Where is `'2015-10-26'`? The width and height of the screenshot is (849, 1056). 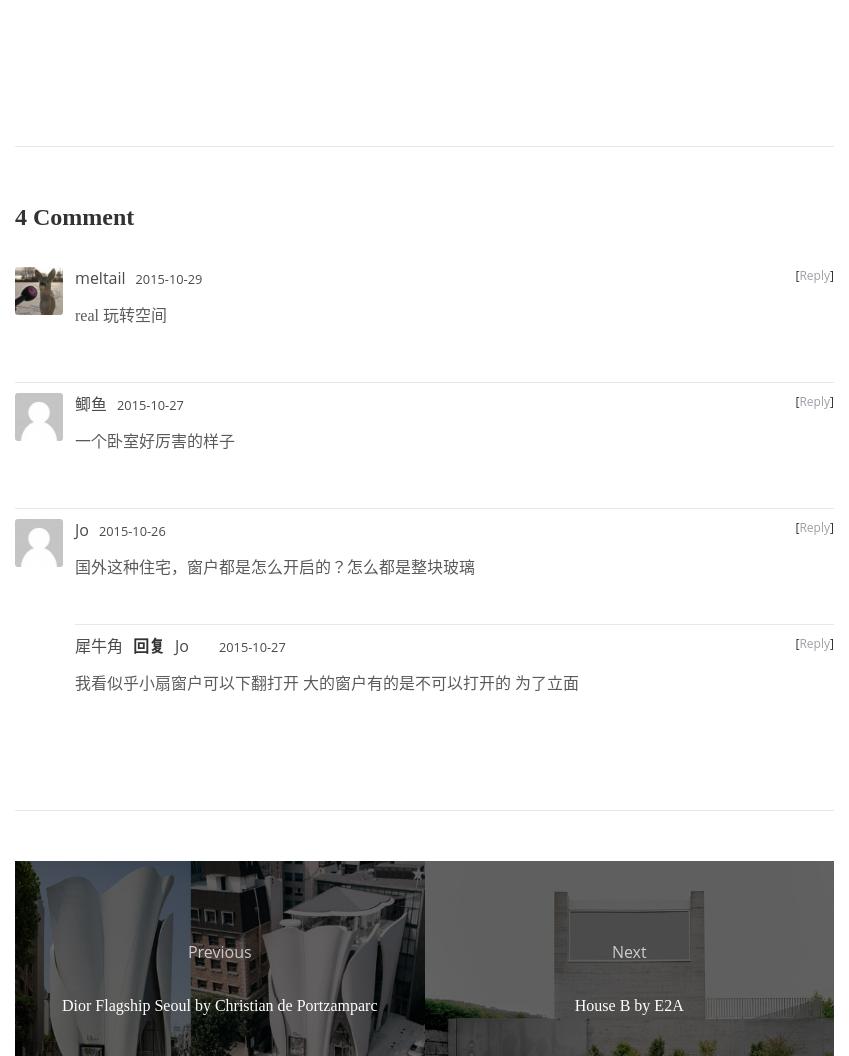 '2015-10-26' is located at coordinates (130, 530).